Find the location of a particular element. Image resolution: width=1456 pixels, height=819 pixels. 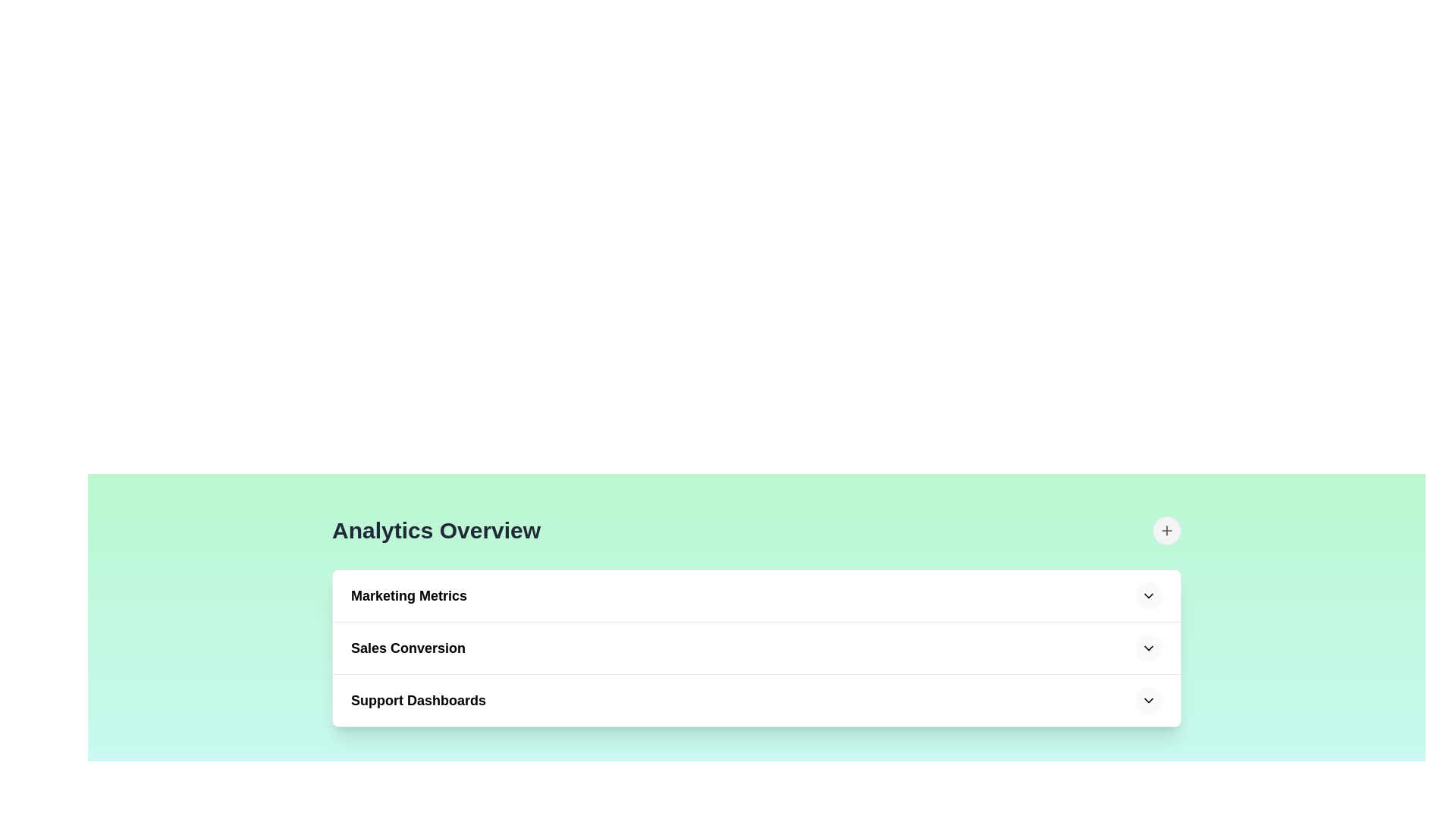

the text label that reads 'Sales Conversion', which is the second item in a vertical list between 'Marketing Metrics' and 'Support Dashboards' is located at coordinates (408, 648).